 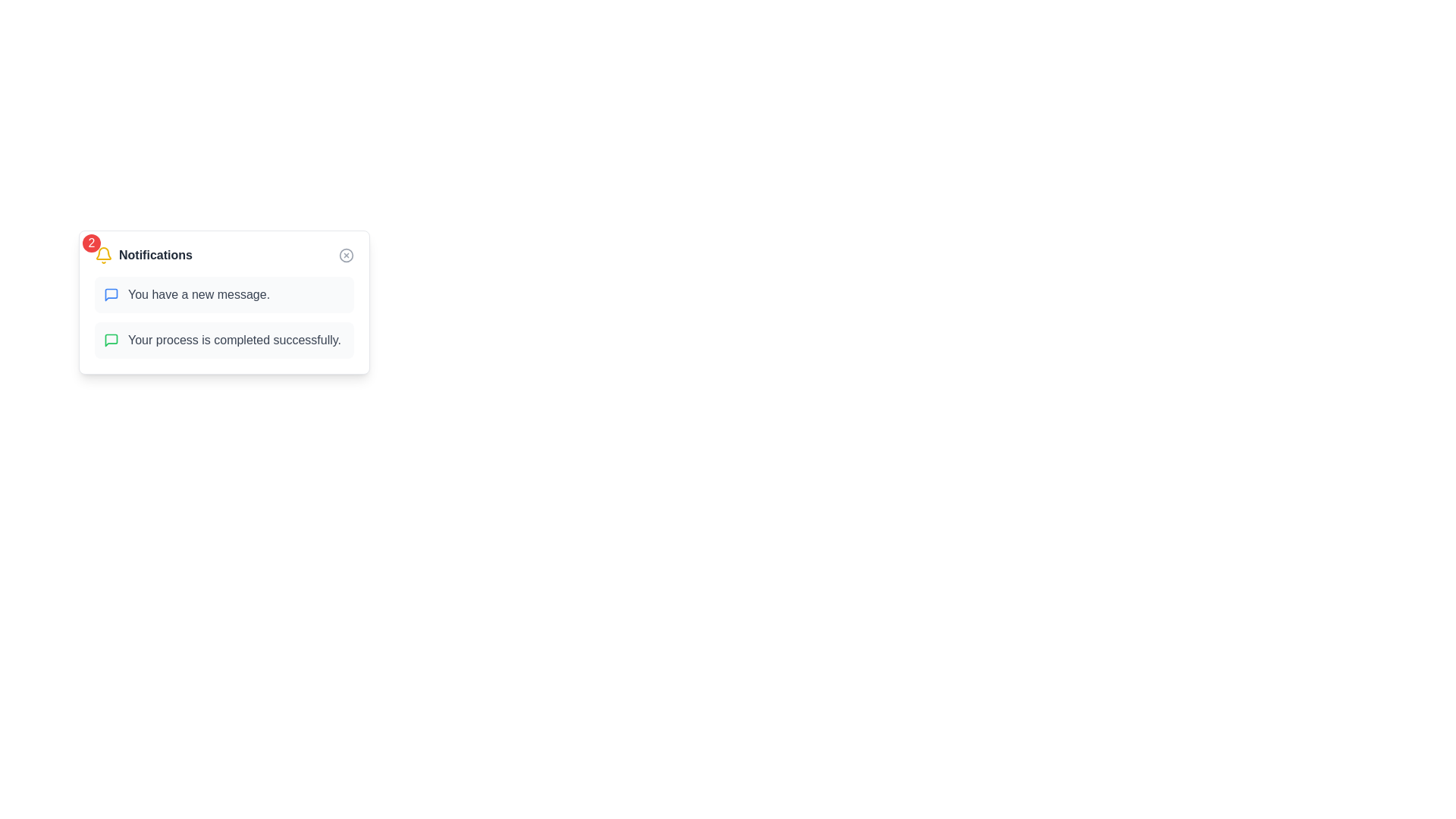 I want to click on the speech bubble-shaped graphic icon in green, which represents new messages within the notification card, so click(x=111, y=339).